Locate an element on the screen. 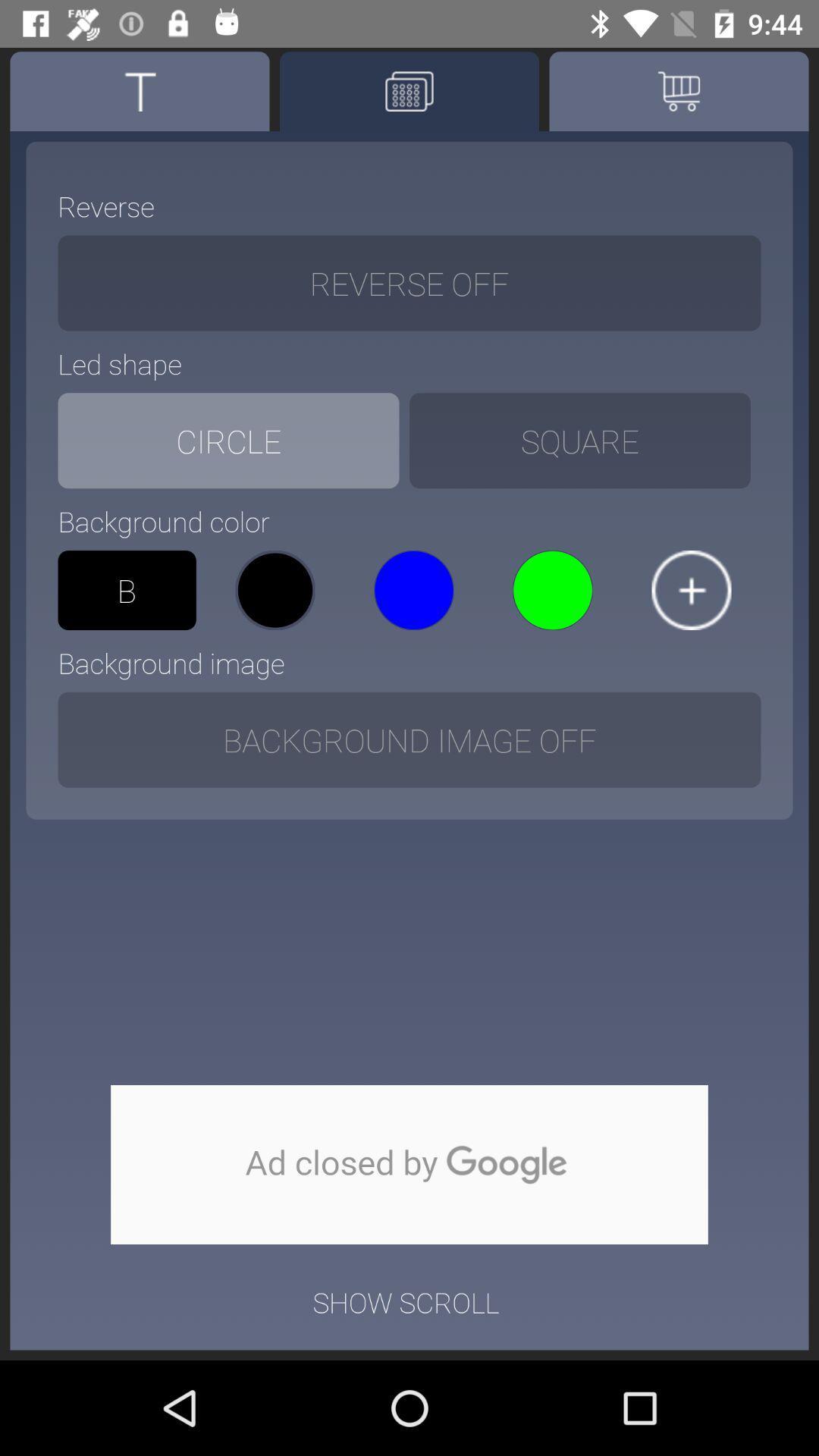  shows plus symbol is located at coordinates (691, 589).